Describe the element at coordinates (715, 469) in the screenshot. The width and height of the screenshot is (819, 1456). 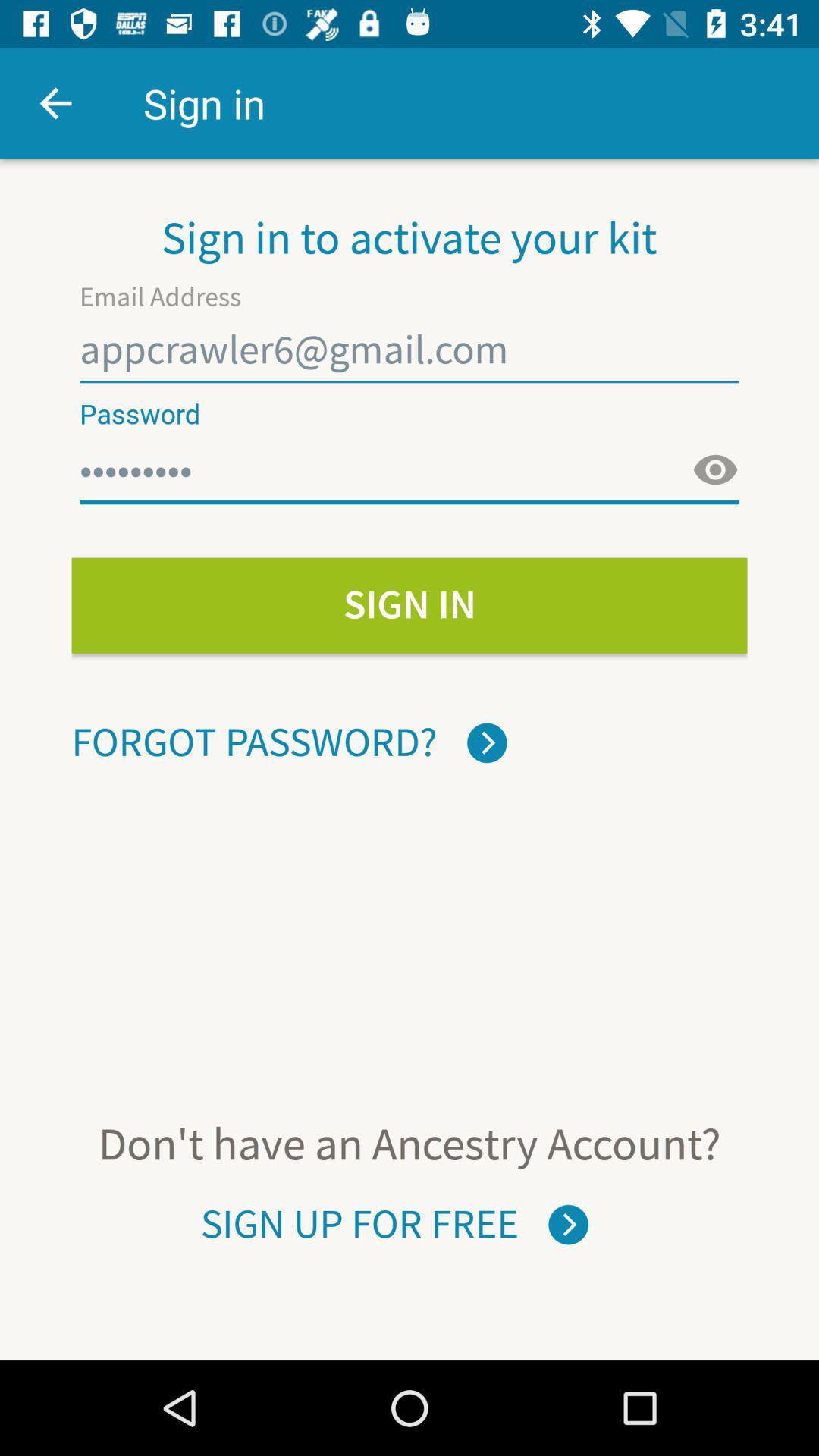
I see `show the password` at that location.